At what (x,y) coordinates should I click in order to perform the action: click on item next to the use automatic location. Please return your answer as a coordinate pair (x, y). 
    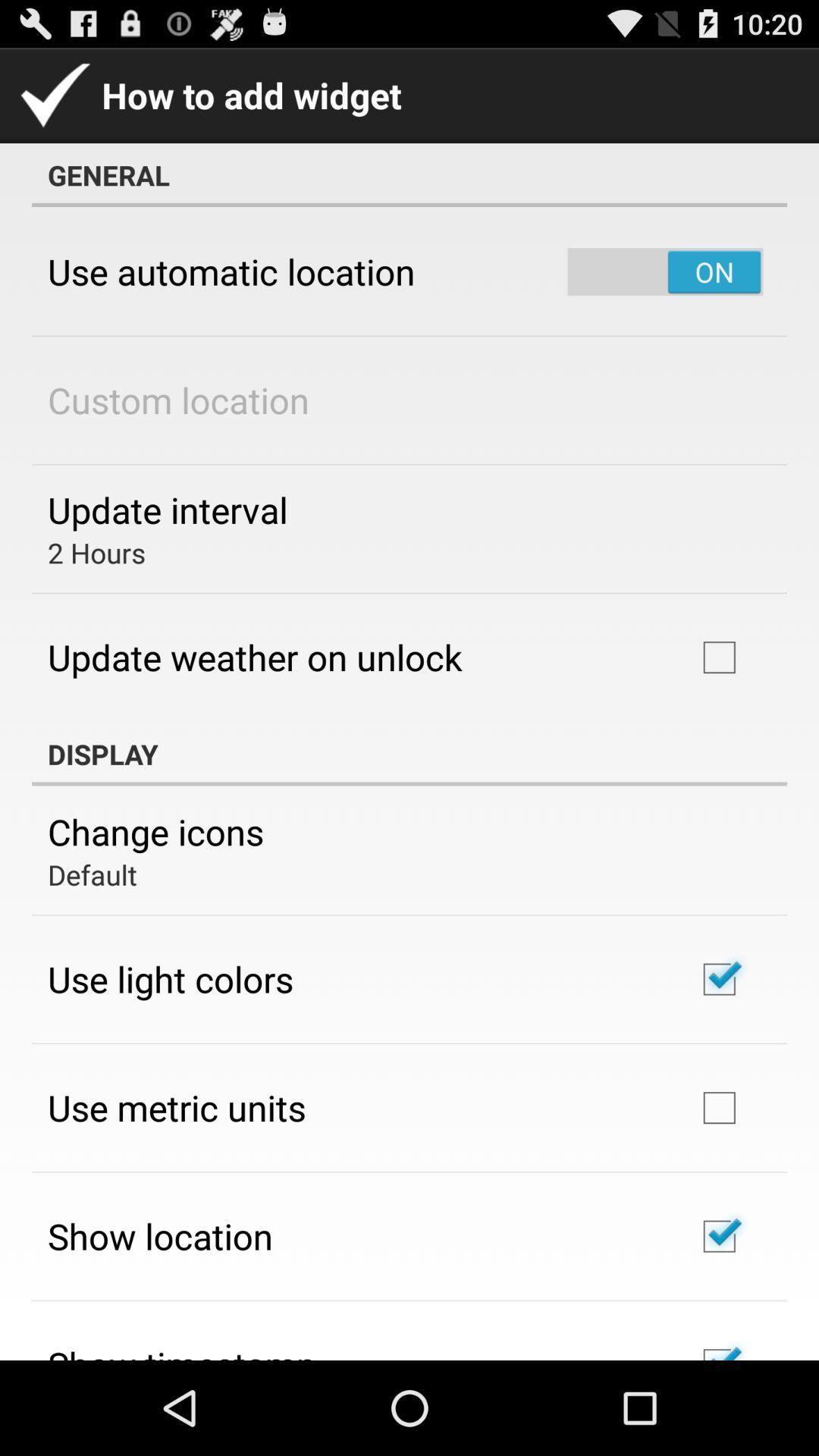
    Looking at the image, I should click on (664, 271).